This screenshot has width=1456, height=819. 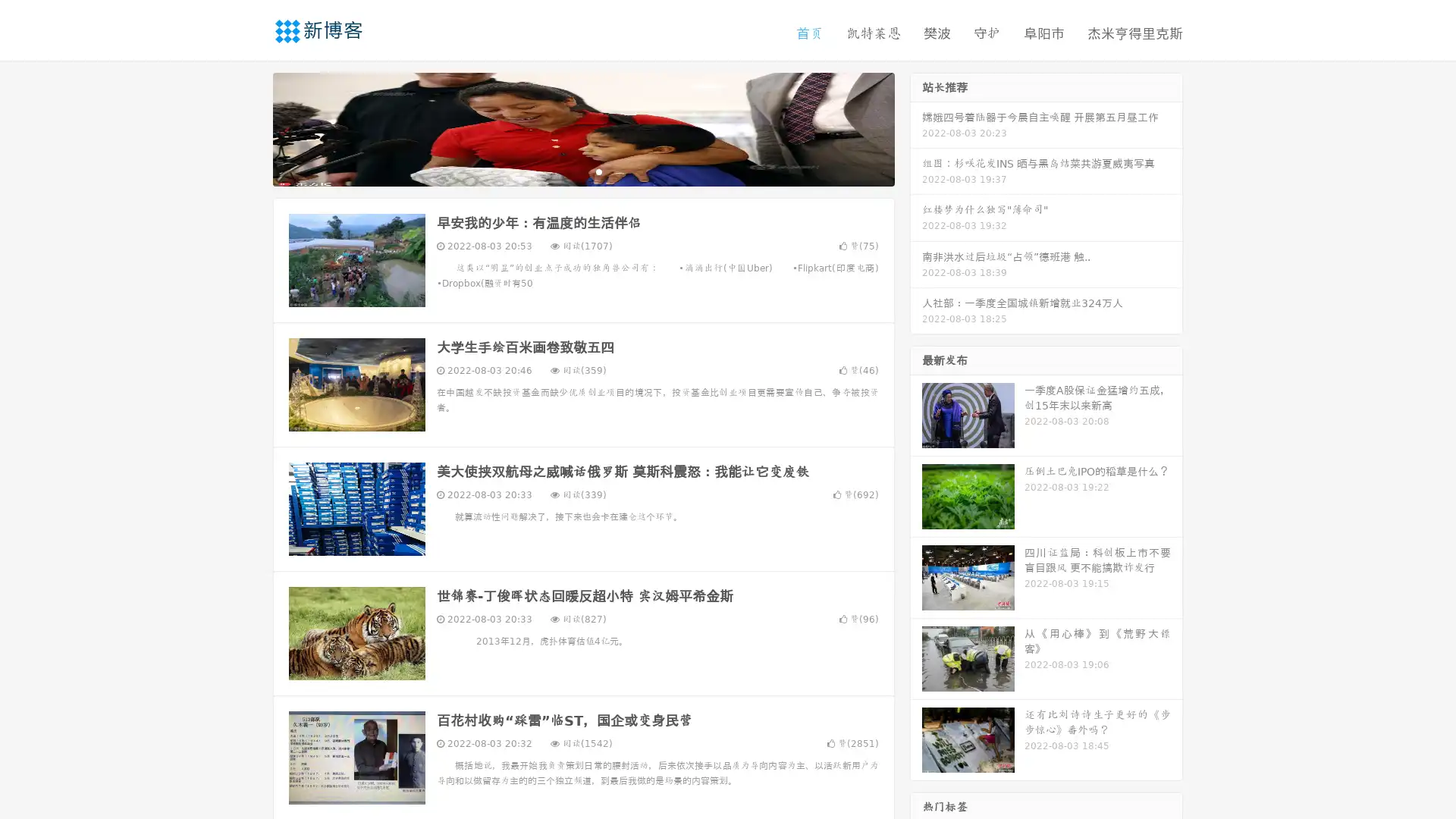 I want to click on Next slide, so click(x=916, y=127).